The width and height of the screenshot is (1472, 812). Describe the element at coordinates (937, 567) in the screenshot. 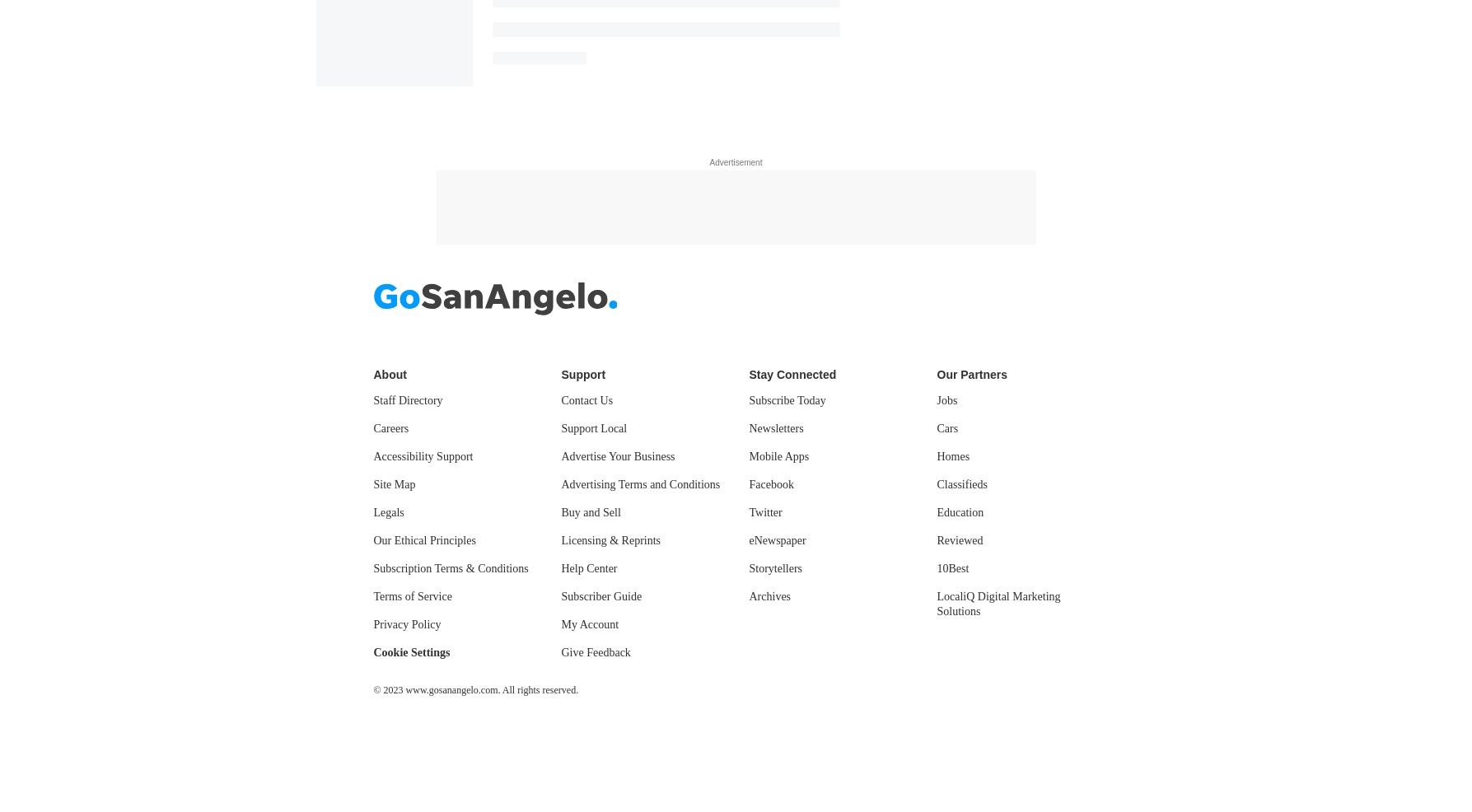

I see `'10Best'` at that location.